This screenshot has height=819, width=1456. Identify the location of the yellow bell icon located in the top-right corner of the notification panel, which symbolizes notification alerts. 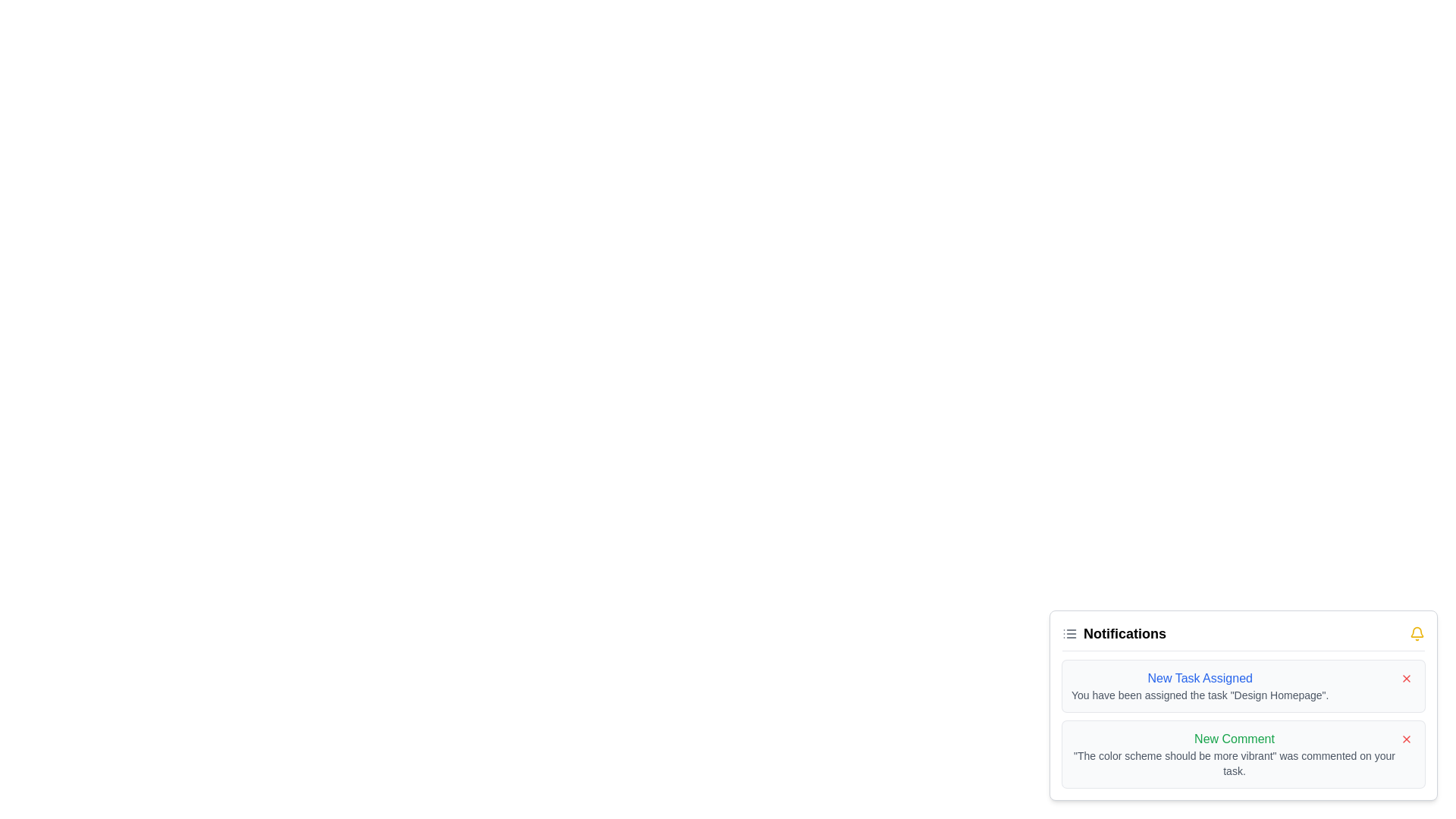
(1416, 632).